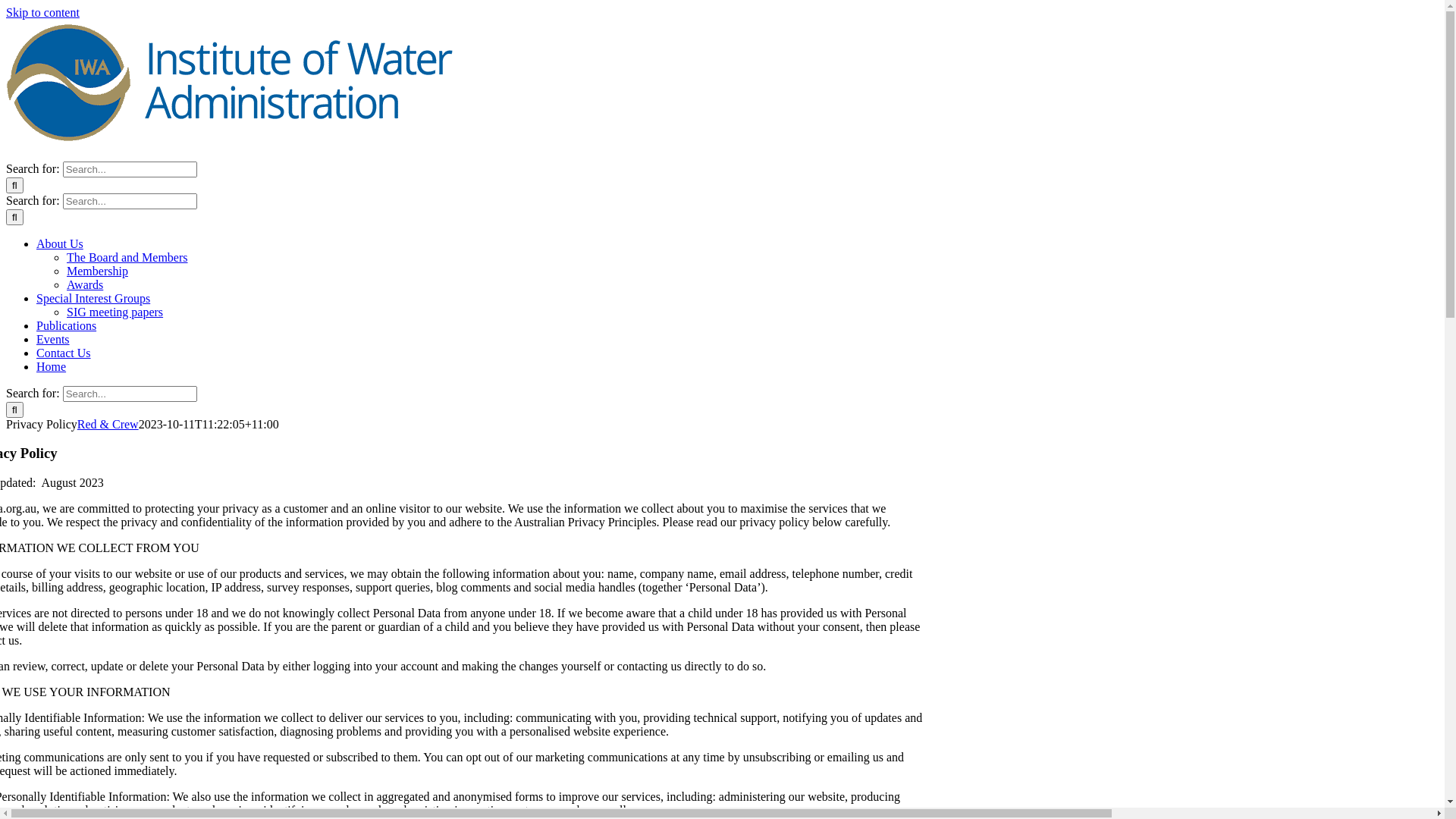  What do you see at coordinates (65, 270) in the screenshot?
I see `'Membership'` at bounding box center [65, 270].